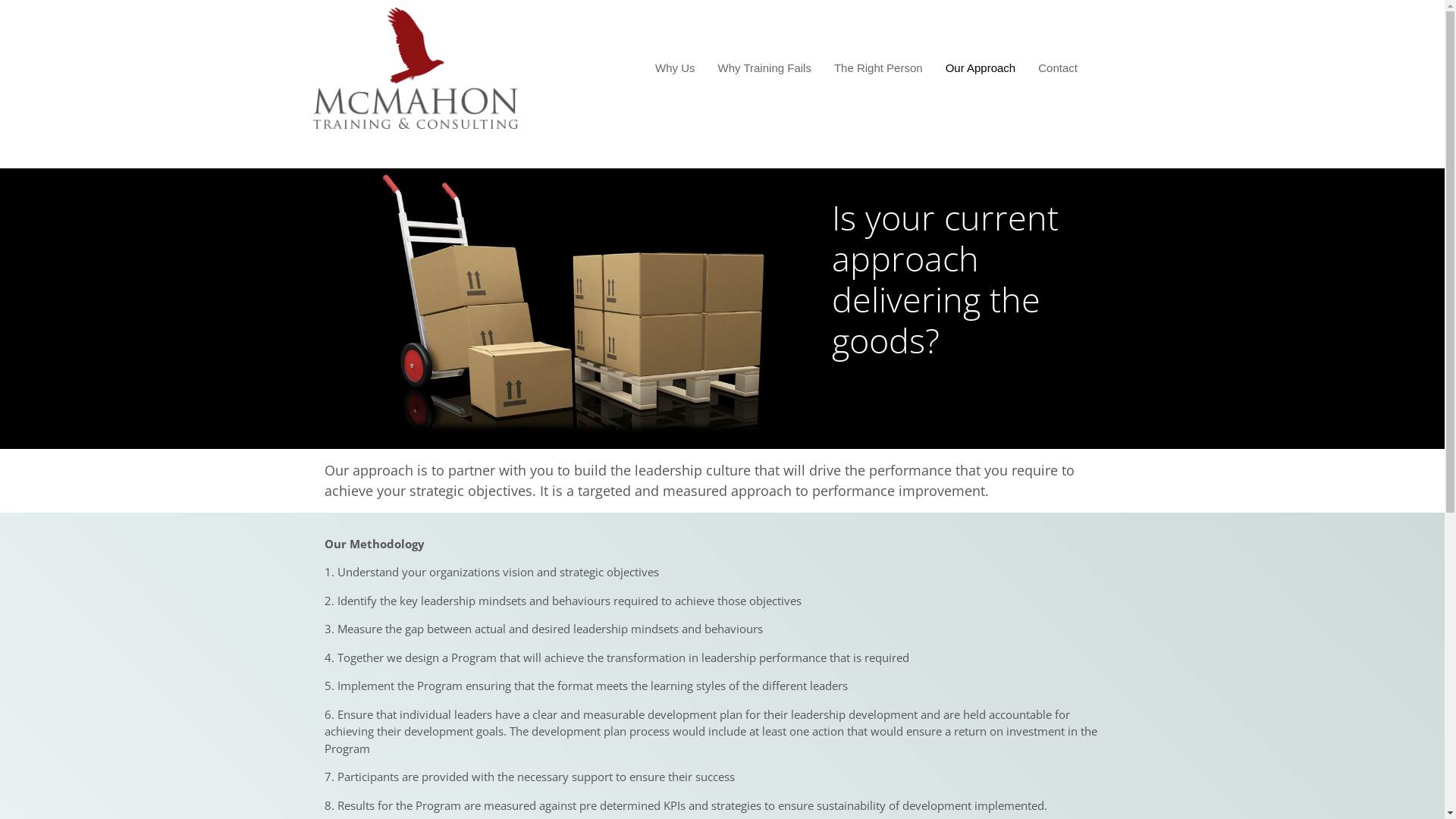  I want to click on 'Why Us', so click(644, 67).